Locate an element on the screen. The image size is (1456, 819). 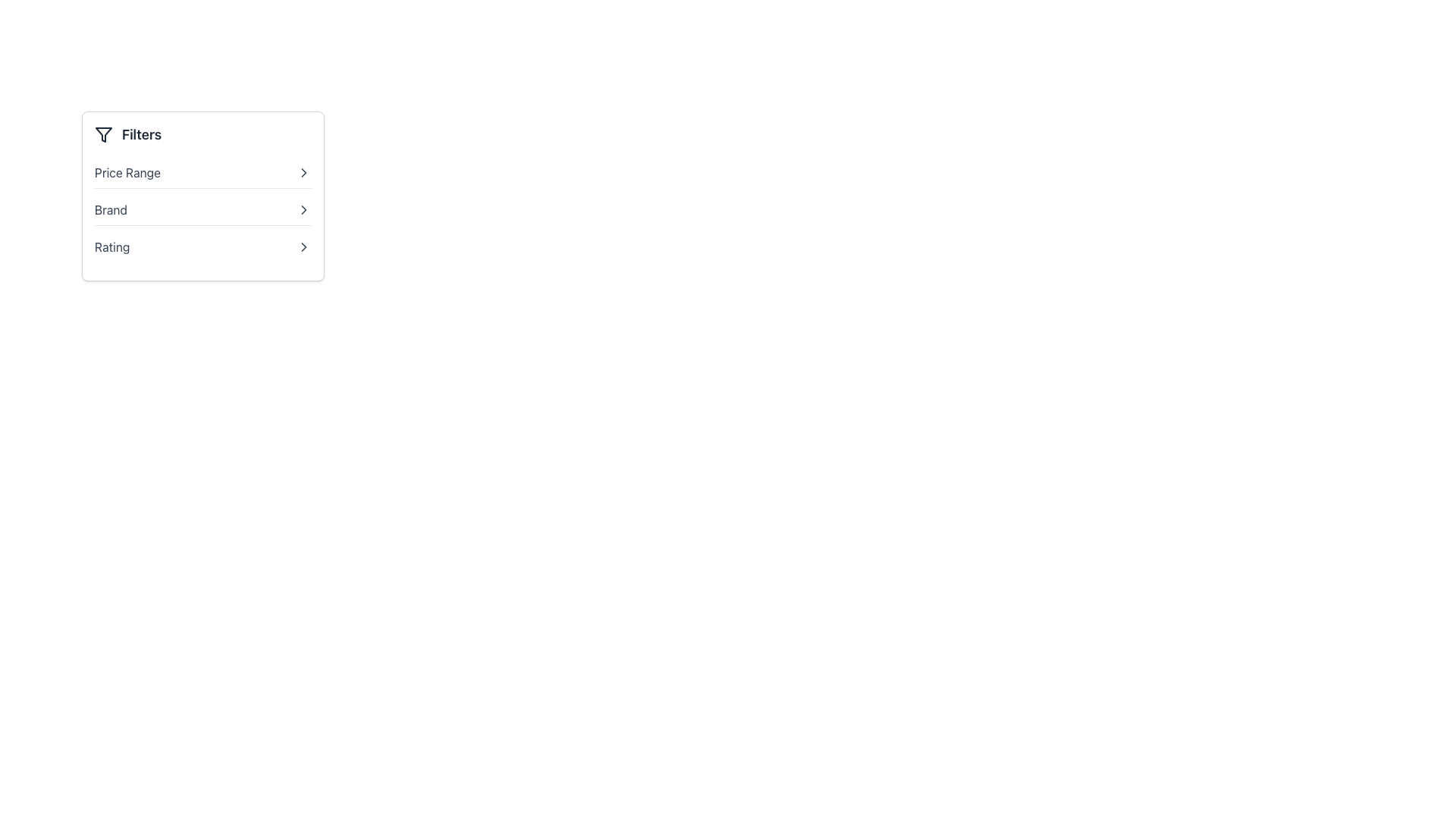
the triangular filter icon located near the left side of the 'Filters' title text in the small card is located at coordinates (103, 133).